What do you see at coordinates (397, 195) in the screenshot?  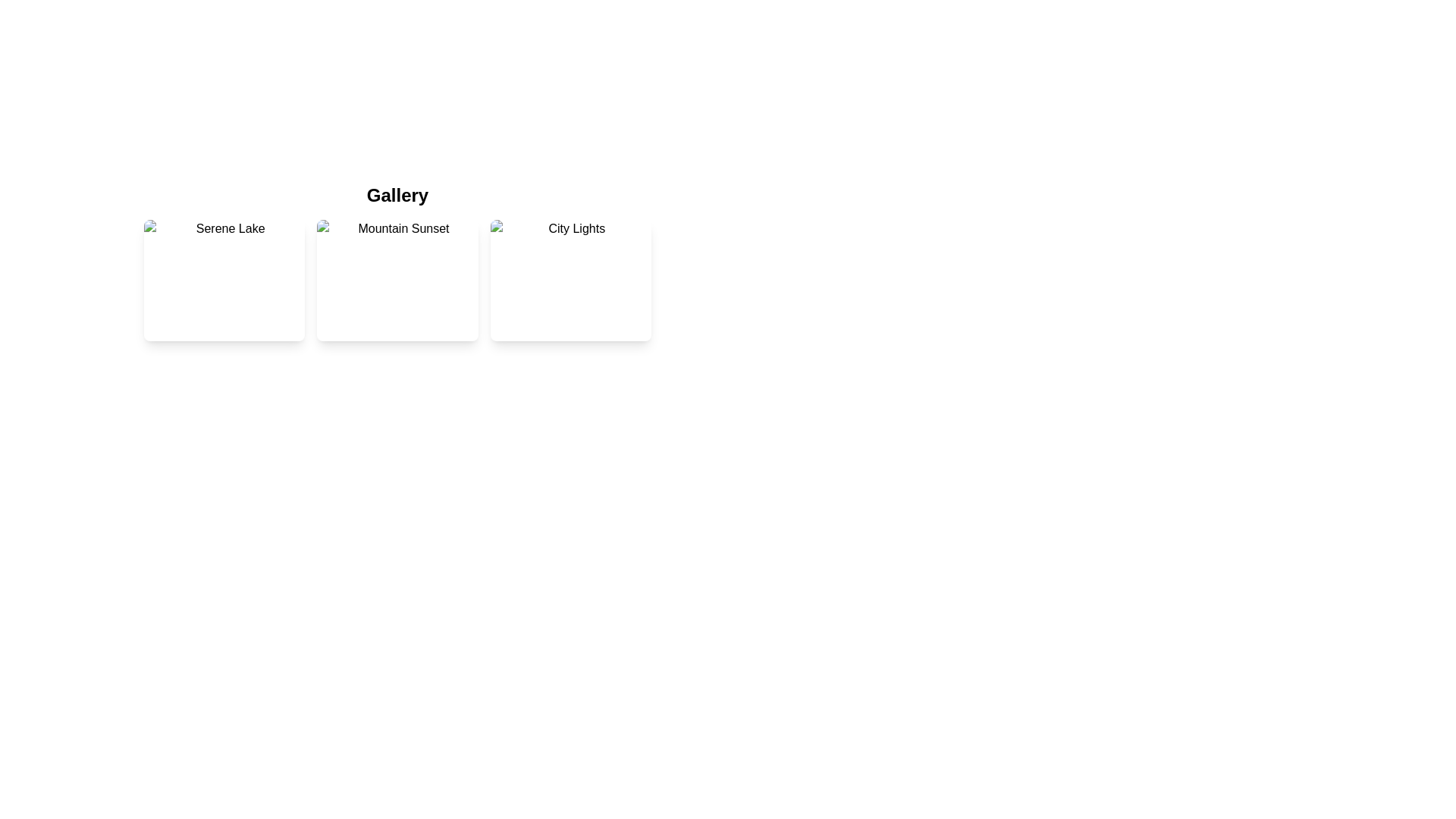 I see `header text 'Gallery' which is a bold, large font located at the top of the section, centered horizontally above the thumbnail cards` at bounding box center [397, 195].